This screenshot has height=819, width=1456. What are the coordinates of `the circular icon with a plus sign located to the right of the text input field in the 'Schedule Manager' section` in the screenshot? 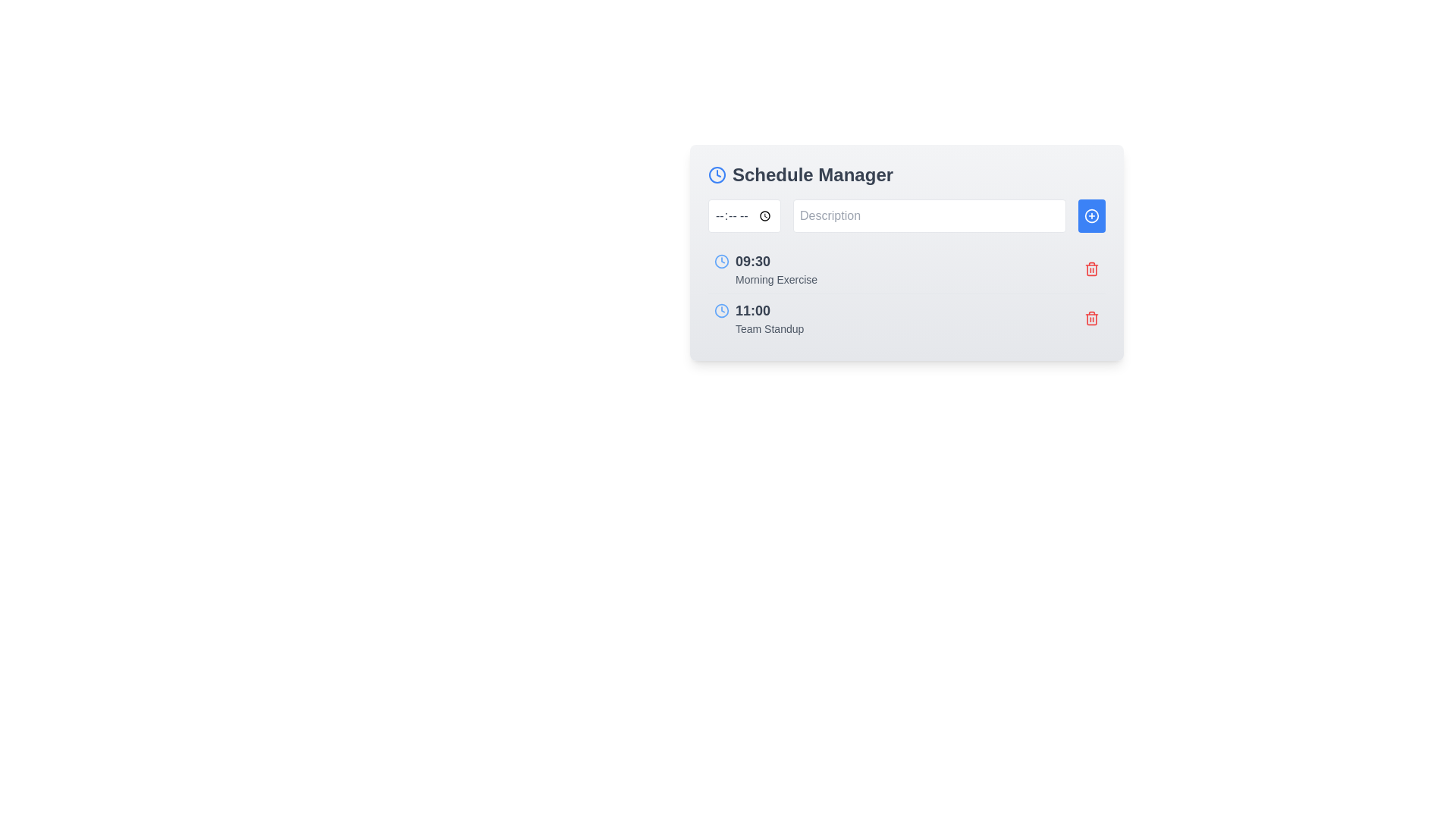 It's located at (1092, 216).